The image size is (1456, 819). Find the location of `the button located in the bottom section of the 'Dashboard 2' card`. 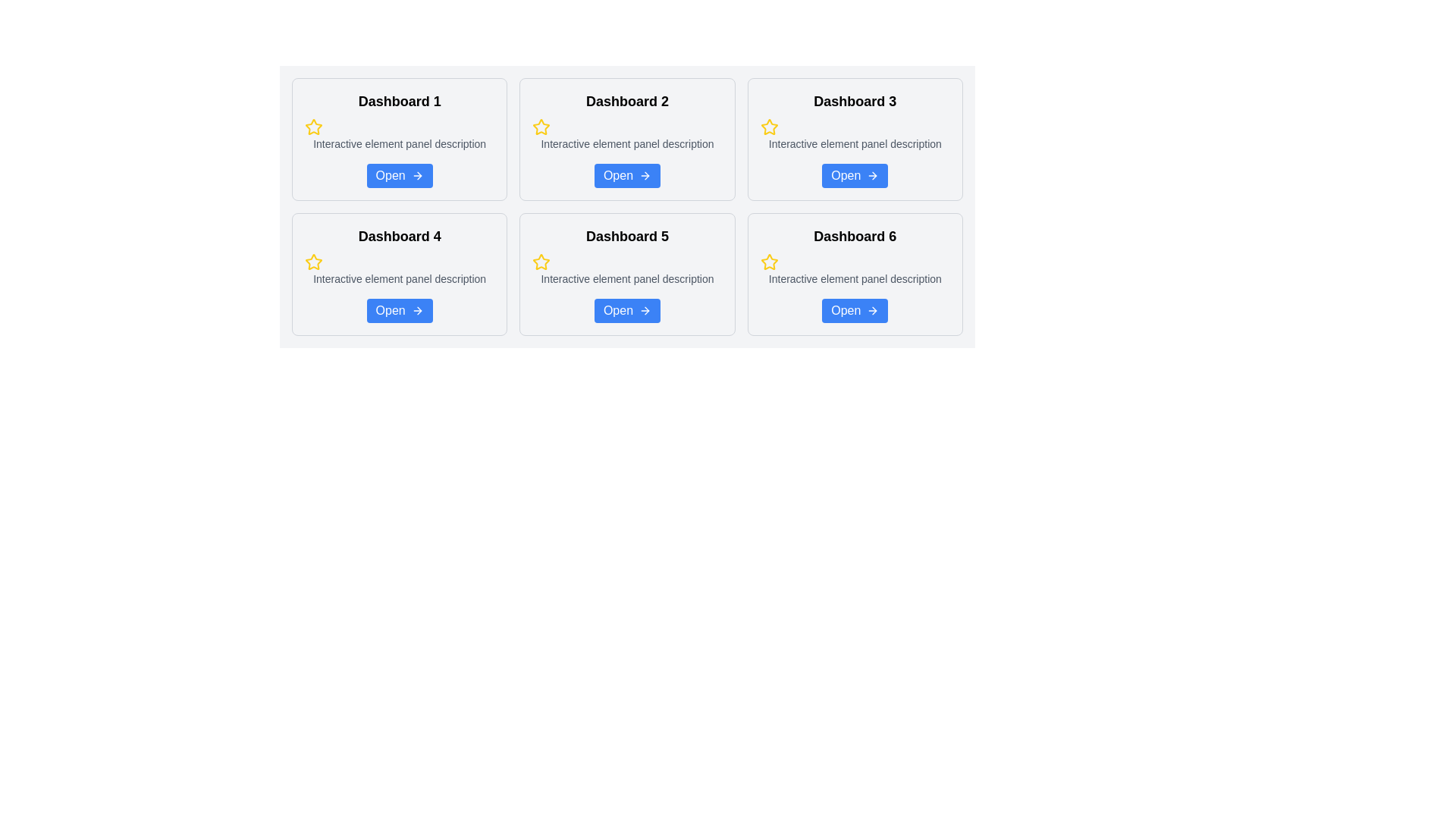

the button located in the bottom section of the 'Dashboard 2' card is located at coordinates (626, 174).